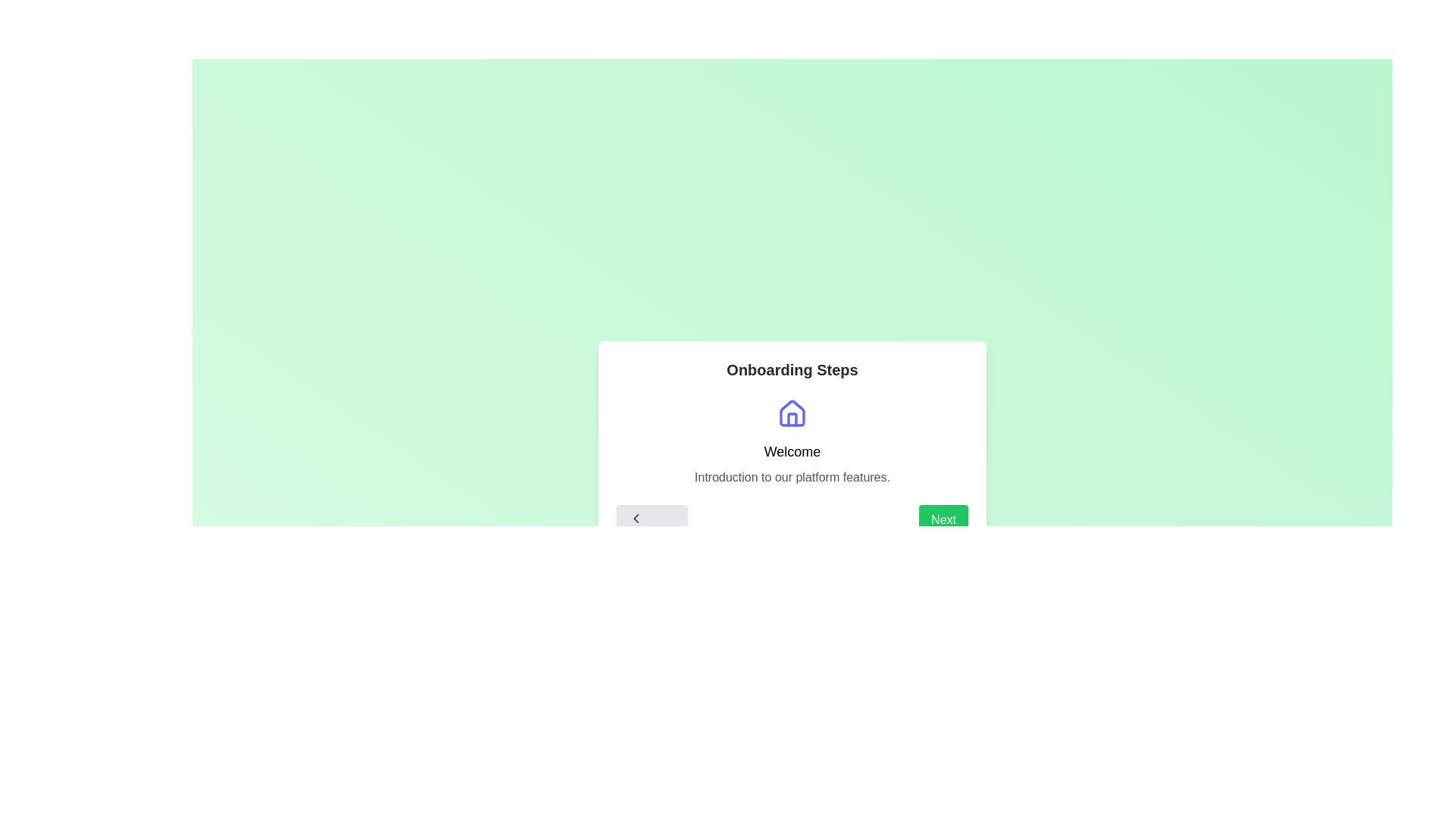 This screenshot has width=1456, height=819. I want to click on the green progress indicator dot in the pagination located at the bottom of the onboarding steps modal, so click(792, 573).